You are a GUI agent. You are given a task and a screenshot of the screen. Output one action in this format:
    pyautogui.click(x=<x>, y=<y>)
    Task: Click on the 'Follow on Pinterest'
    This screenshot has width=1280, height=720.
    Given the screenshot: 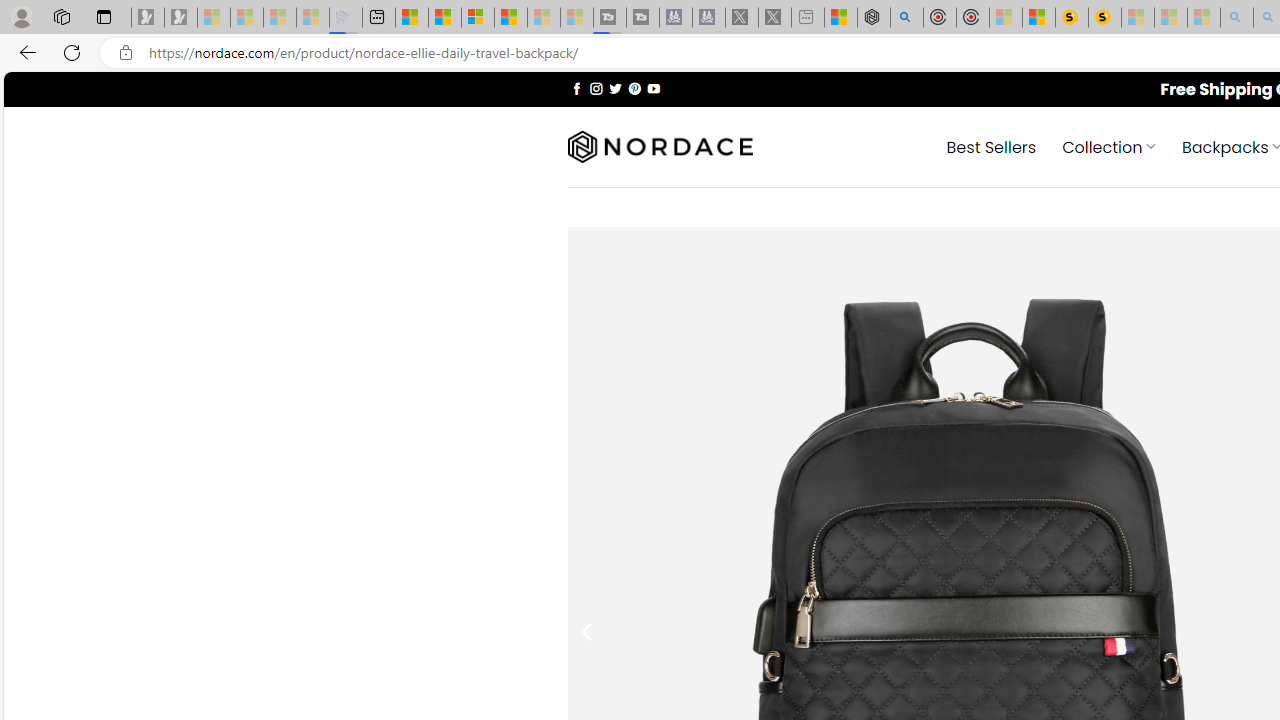 What is the action you would take?
    pyautogui.click(x=633, y=87)
    